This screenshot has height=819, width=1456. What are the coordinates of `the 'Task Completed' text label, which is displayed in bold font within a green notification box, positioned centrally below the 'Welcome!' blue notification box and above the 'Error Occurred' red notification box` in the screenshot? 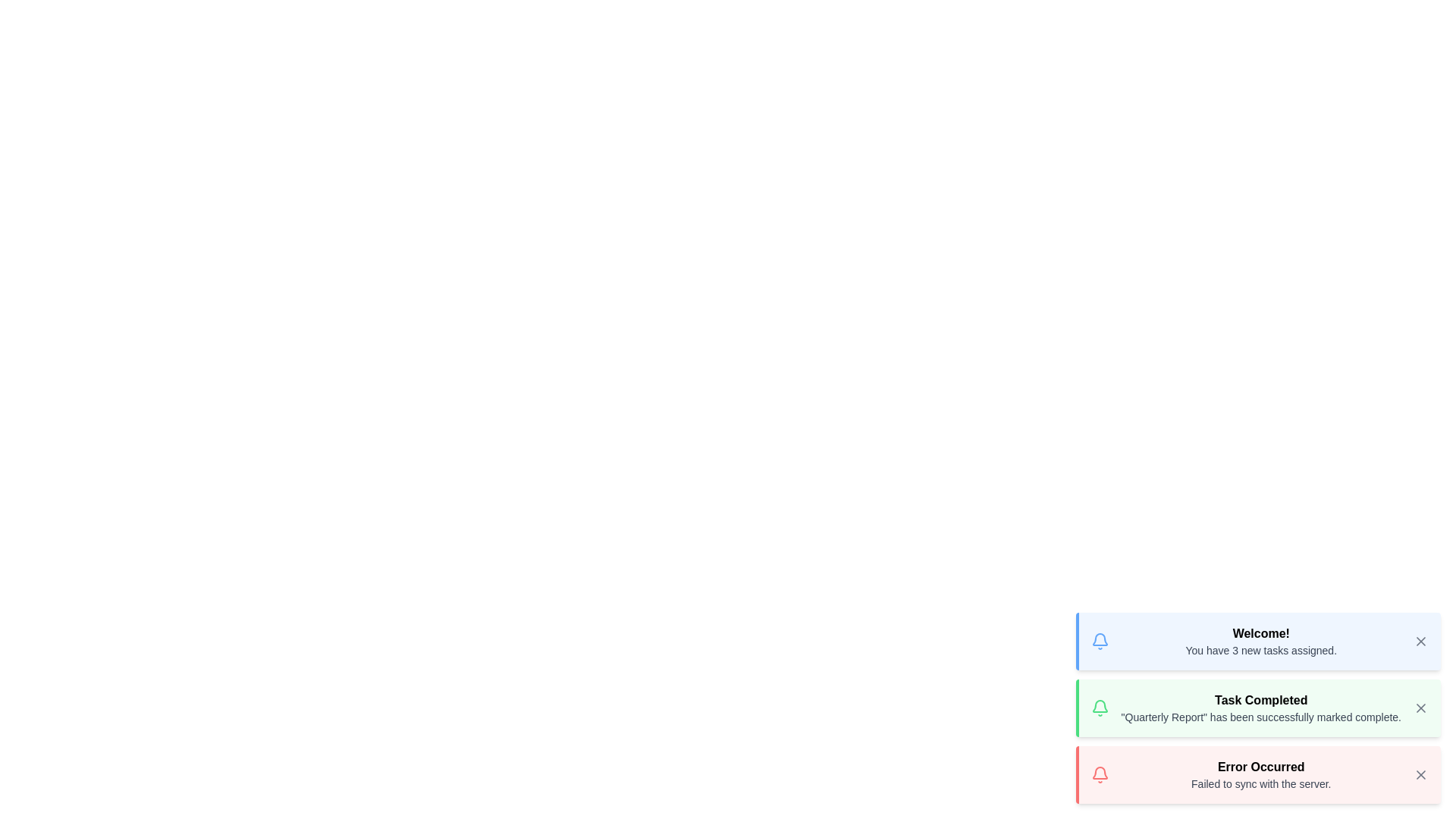 It's located at (1261, 701).